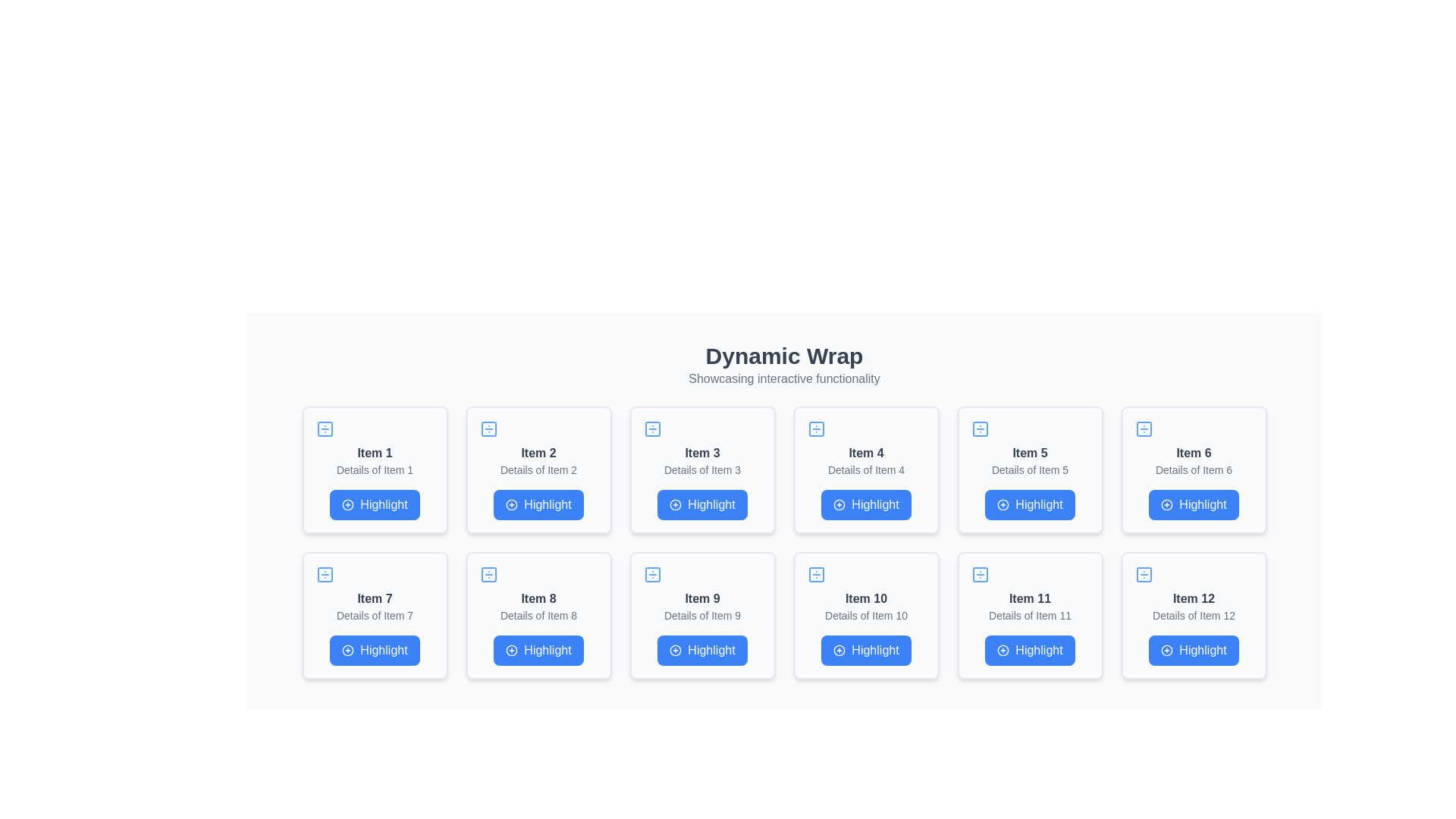 Image resolution: width=1456 pixels, height=819 pixels. What do you see at coordinates (1166, 505) in the screenshot?
I see `the circular plus sign icon embedded within the 'Highlight' button in the UI card for 'Item 6', which is located in the second row, third column of the grid layout` at bounding box center [1166, 505].